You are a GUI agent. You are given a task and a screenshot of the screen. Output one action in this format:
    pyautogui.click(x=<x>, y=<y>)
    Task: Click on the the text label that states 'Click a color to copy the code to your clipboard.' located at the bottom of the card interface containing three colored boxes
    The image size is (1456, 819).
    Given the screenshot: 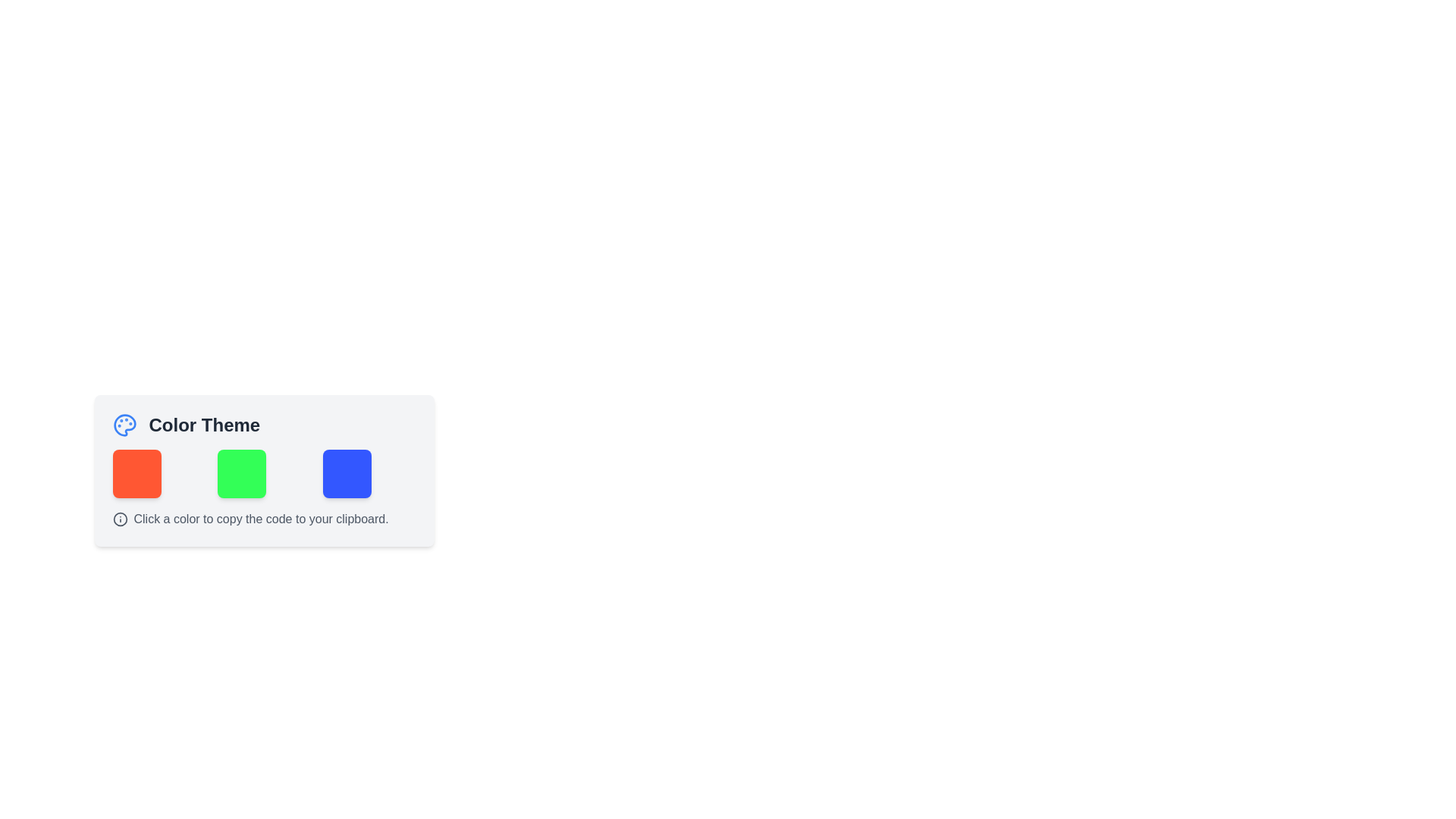 What is the action you would take?
    pyautogui.click(x=261, y=519)
    